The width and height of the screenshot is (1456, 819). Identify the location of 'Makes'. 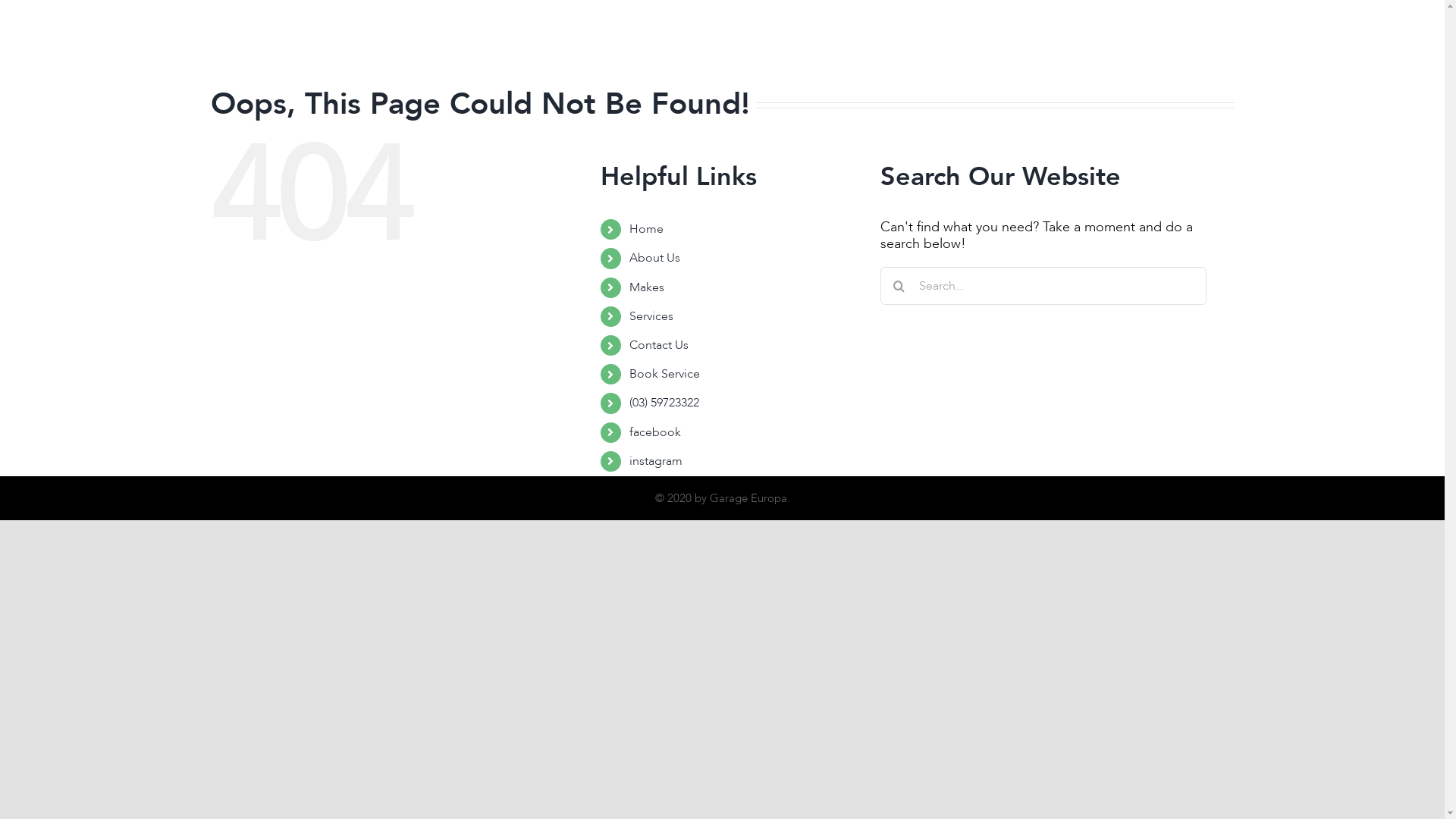
(647, 287).